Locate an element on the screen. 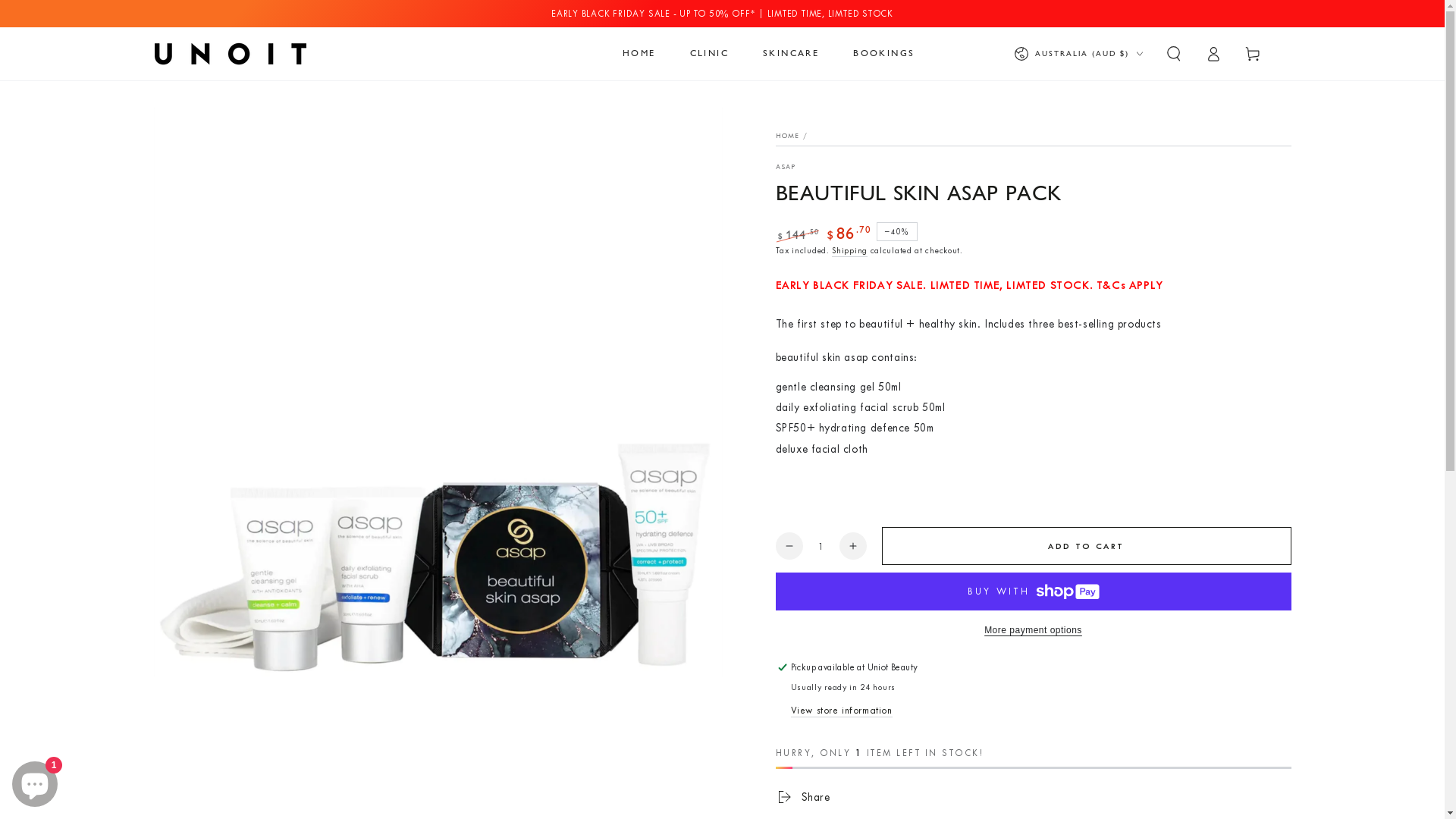  'SKINCARE' is located at coordinates (751, 52).